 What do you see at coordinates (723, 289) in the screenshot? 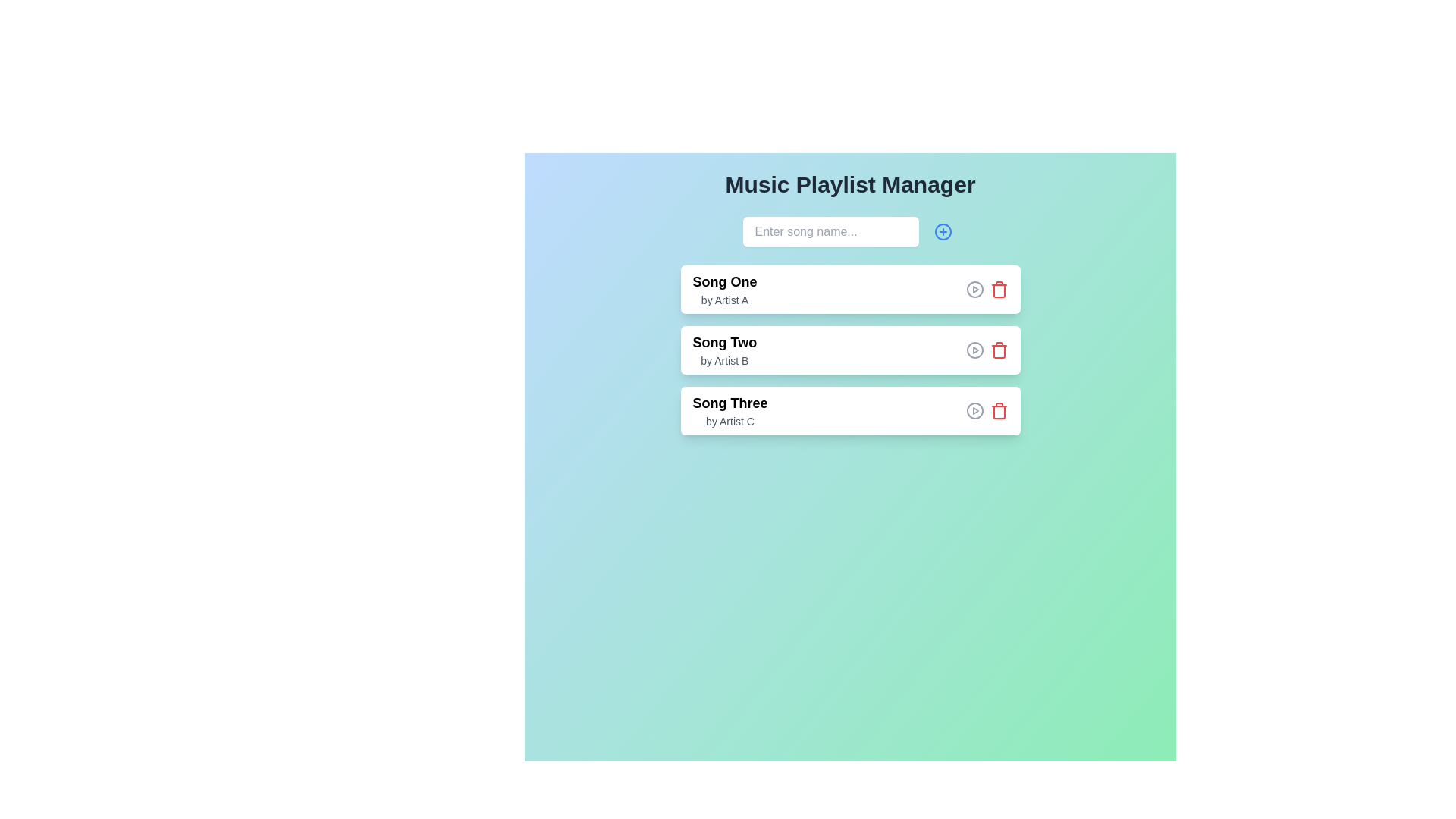
I see `the text label displaying 'Song One by Artist A'` at bounding box center [723, 289].